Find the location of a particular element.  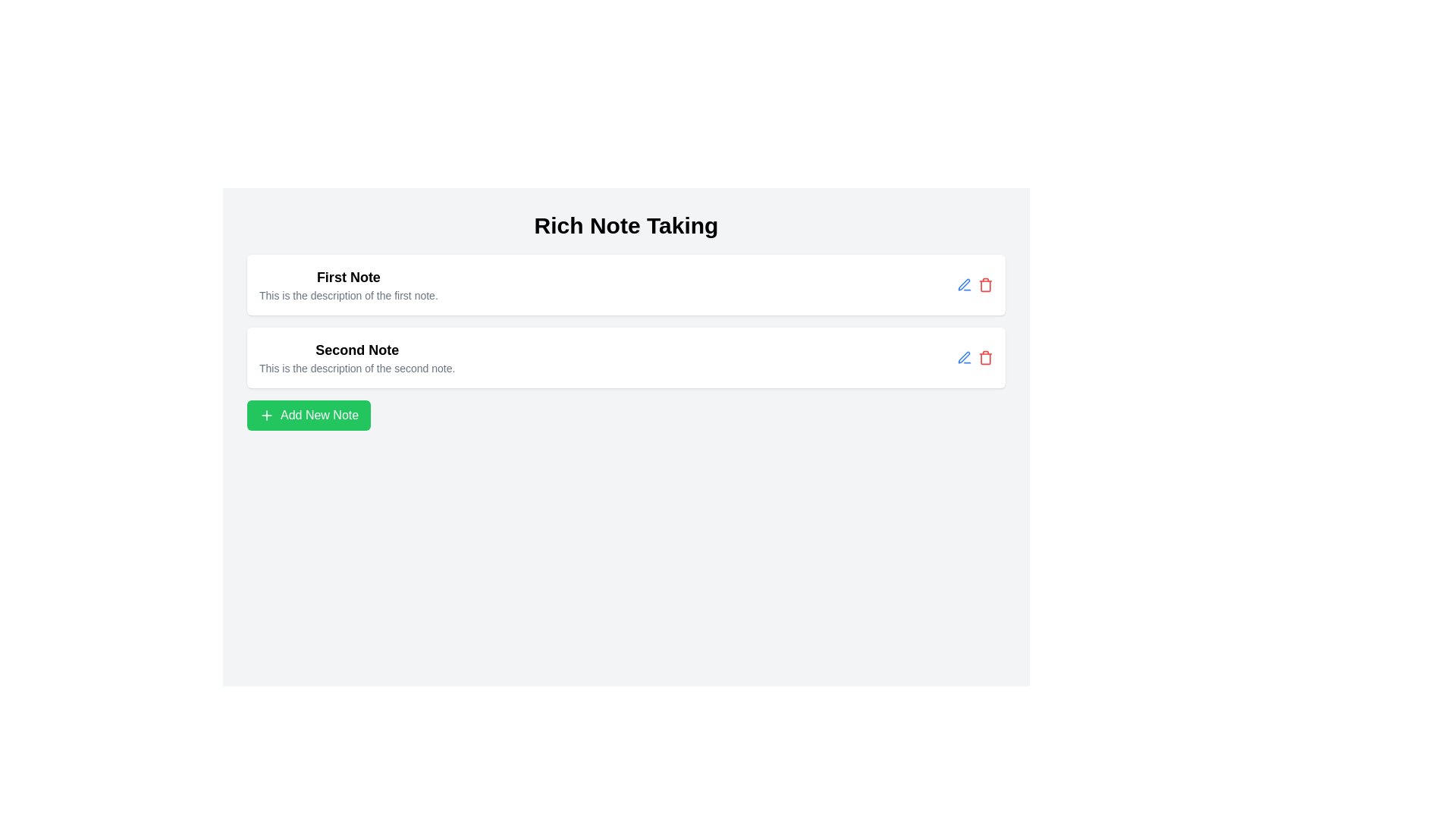

the second note item in the notes list is located at coordinates (356, 357).